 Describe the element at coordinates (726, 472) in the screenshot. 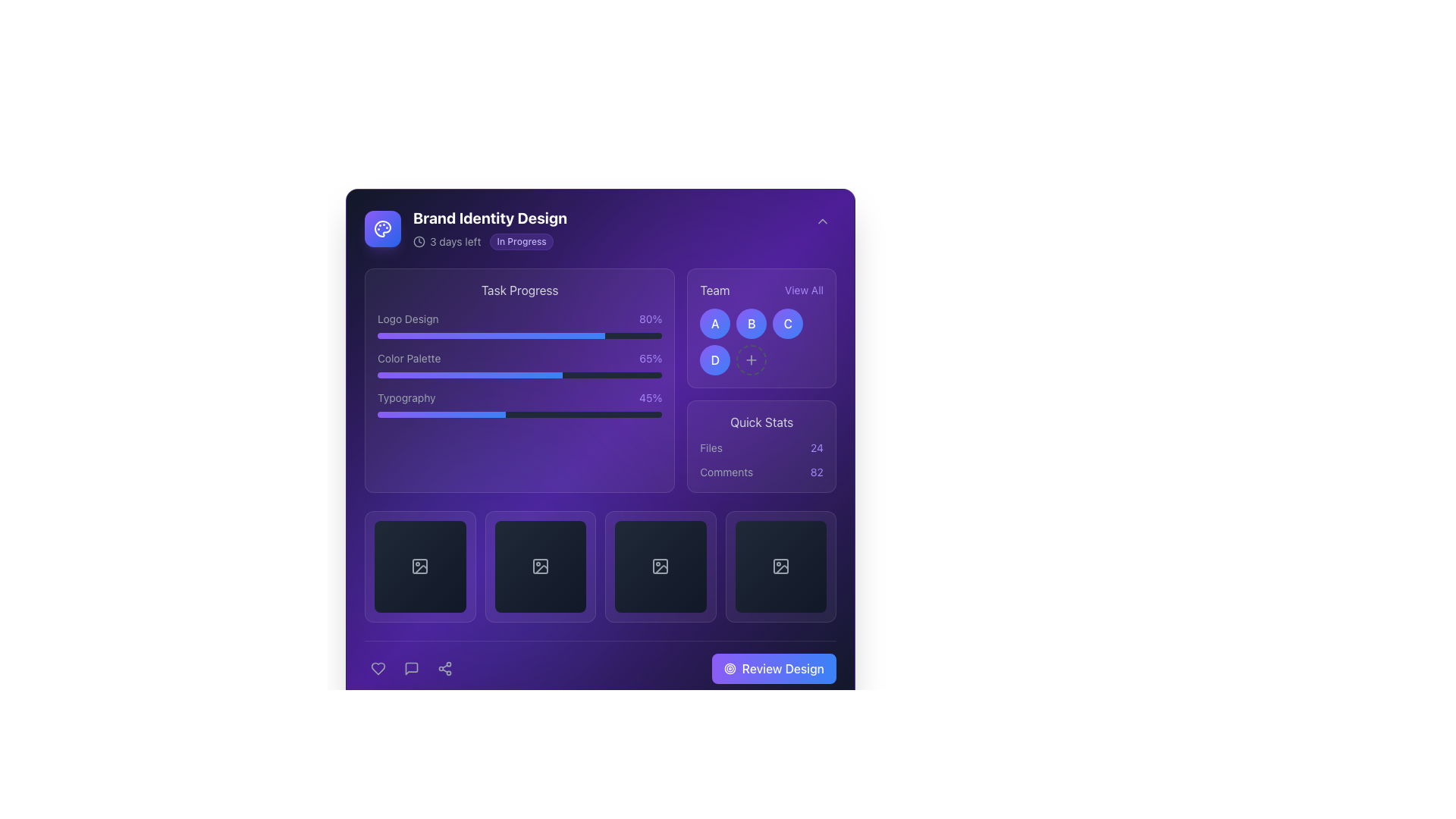

I see `the 'Comments' text label, which is styled in gray, positioned below 'Quick Stats', and aligned left next to the count '82'` at that location.